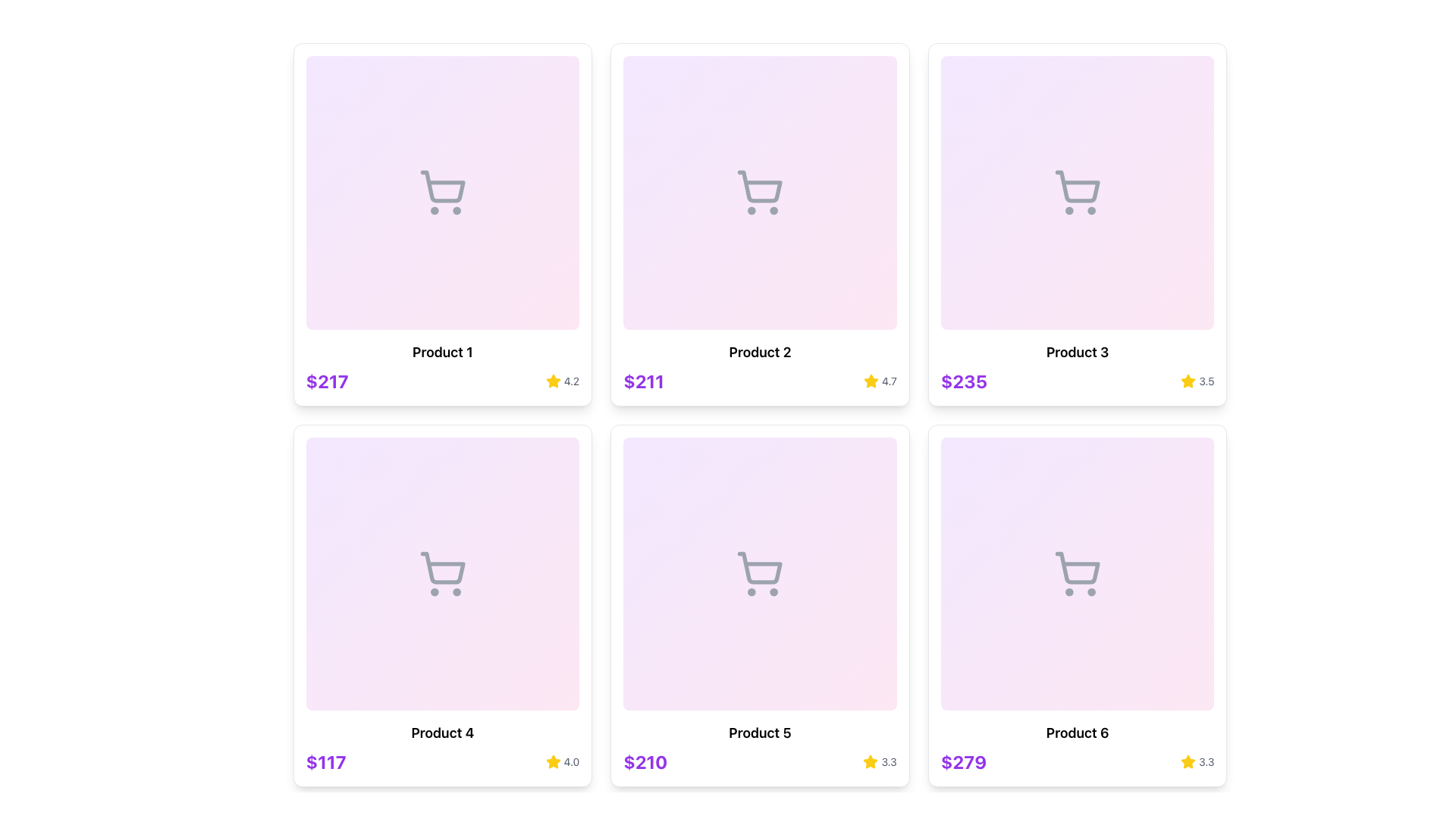 The height and width of the screenshot is (819, 1456). I want to click on the rating display element that visually represents a rating value of 4.2, located at the bottom-right of the first card in the grid layout, to the right of the price label '$217', so click(561, 380).